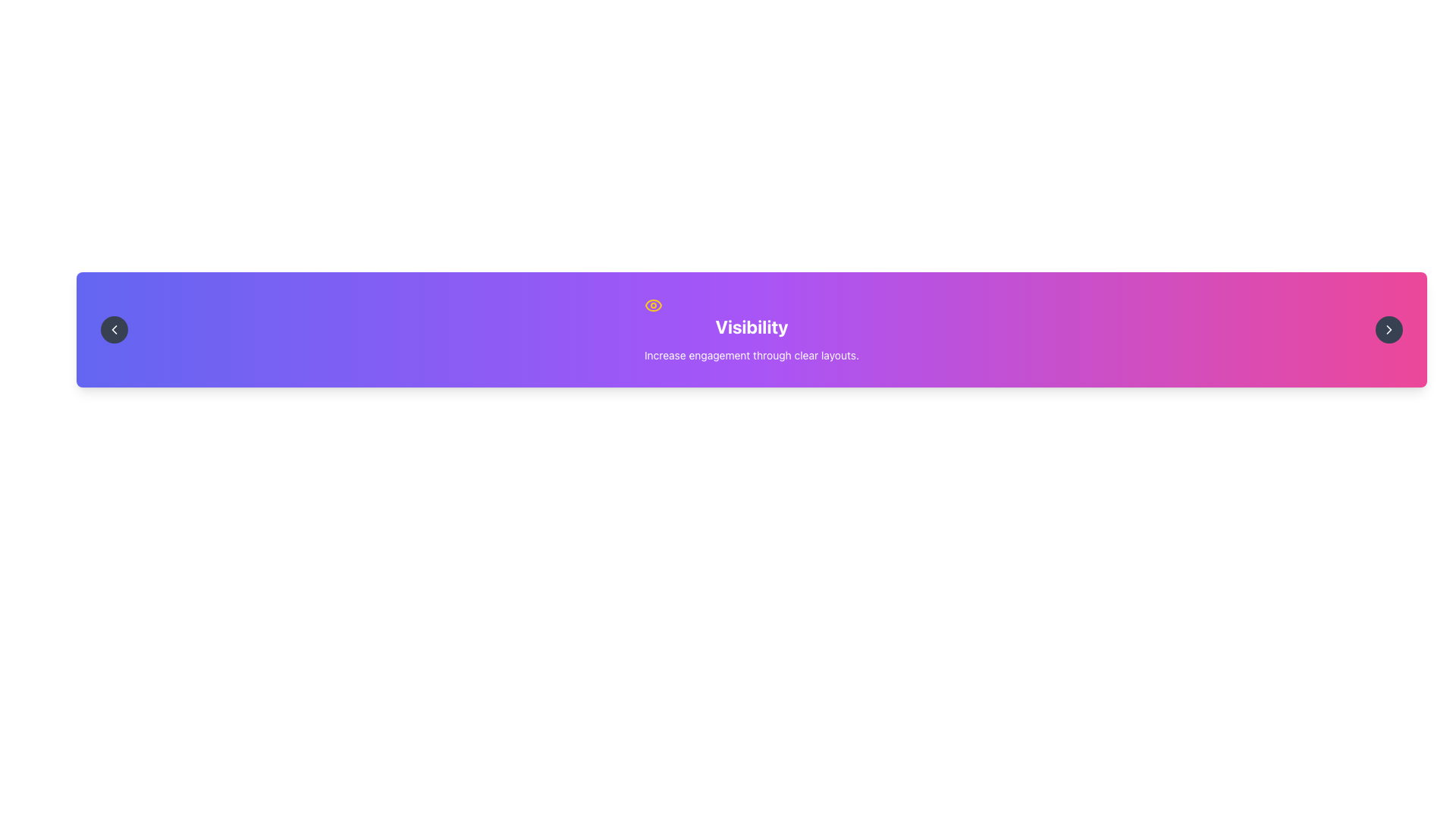 This screenshot has width=1456, height=819. What do you see at coordinates (653, 305) in the screenshot?
I see `the visibility icon located above the title text 'Visibility', which represents the concept of visibility in the application` at bounding box center [653, 305].